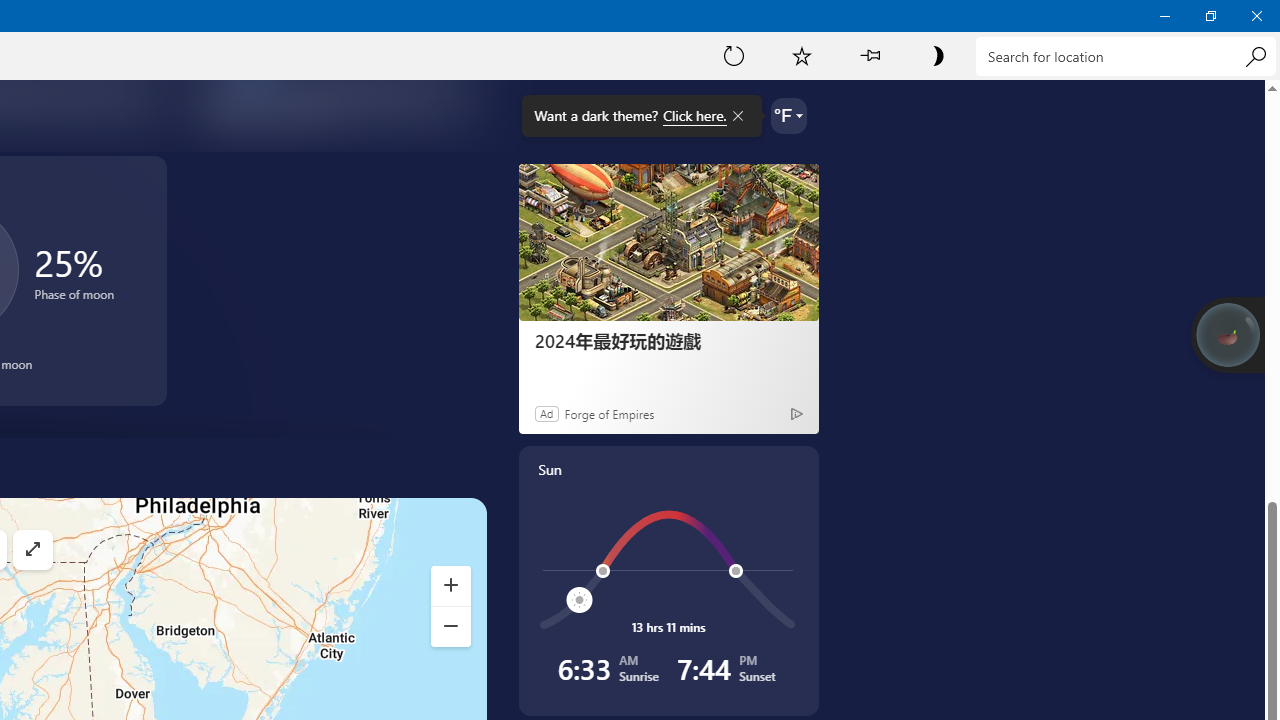 The height and width of the screenshot is (720, 1280). Describe the element at coordinates (733, 54) in the screenshot. I see `'Refresh'` at that location.